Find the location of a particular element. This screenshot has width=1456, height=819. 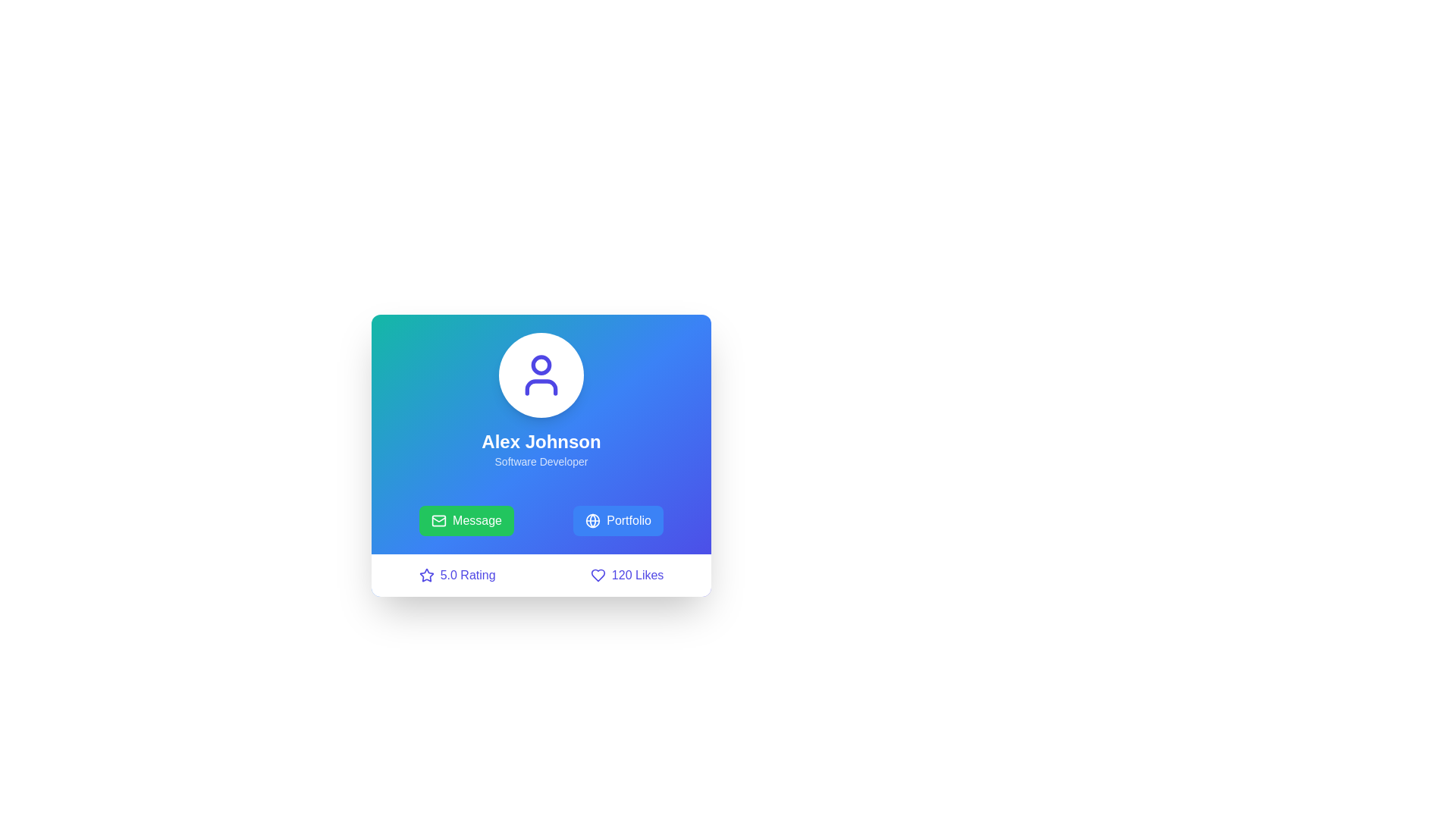

the 'Portfolio' button, which is a rounded rectangular button with a vibrant blue background and a globe icon is located at coordinates (618, 519).